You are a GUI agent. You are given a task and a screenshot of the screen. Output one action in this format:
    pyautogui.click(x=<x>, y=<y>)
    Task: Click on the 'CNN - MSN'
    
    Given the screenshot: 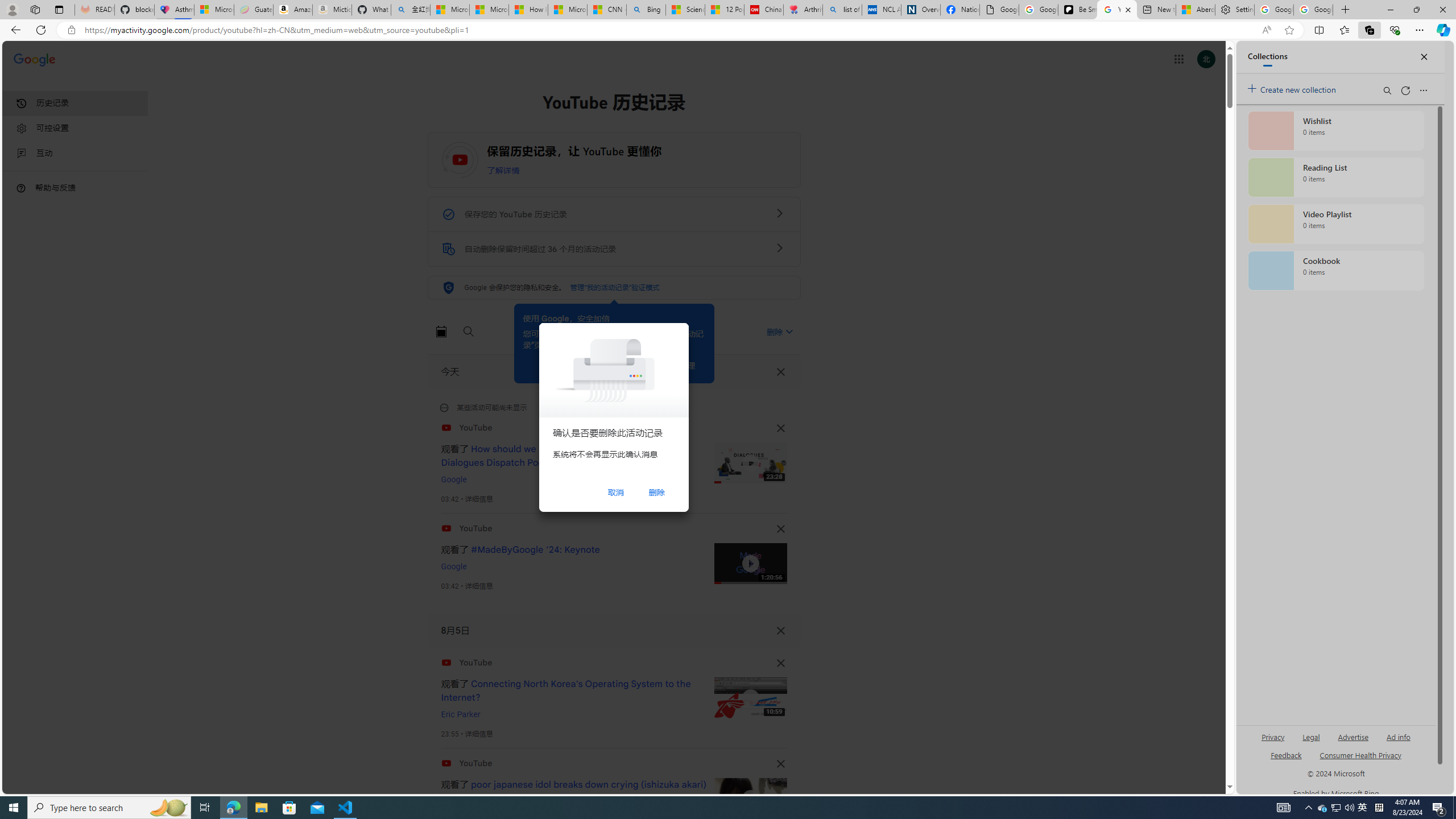 What is the action you would take?
    pyautogui.click(x=607, y=9)
    